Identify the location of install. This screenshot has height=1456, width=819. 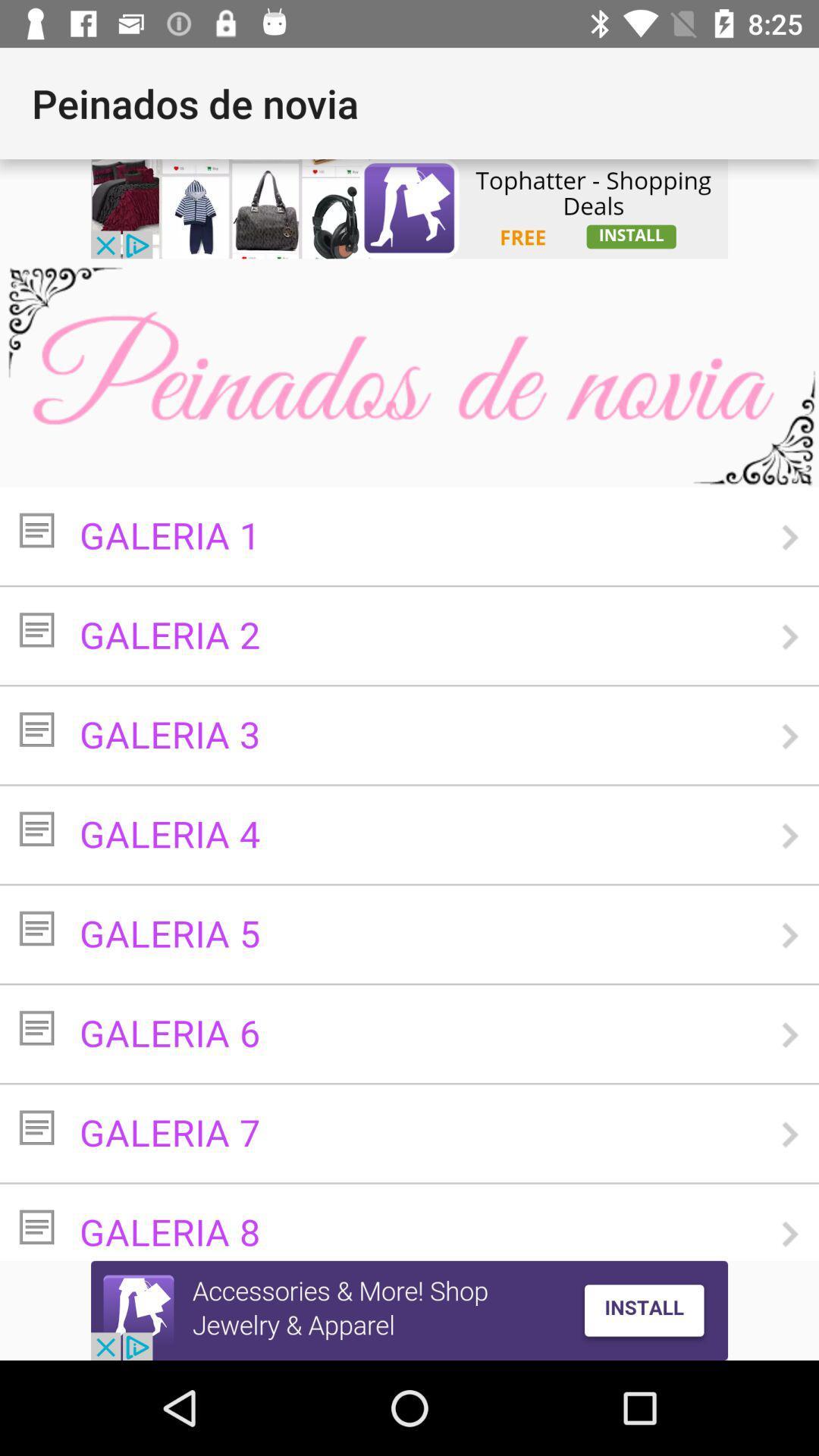
(409, 1310).